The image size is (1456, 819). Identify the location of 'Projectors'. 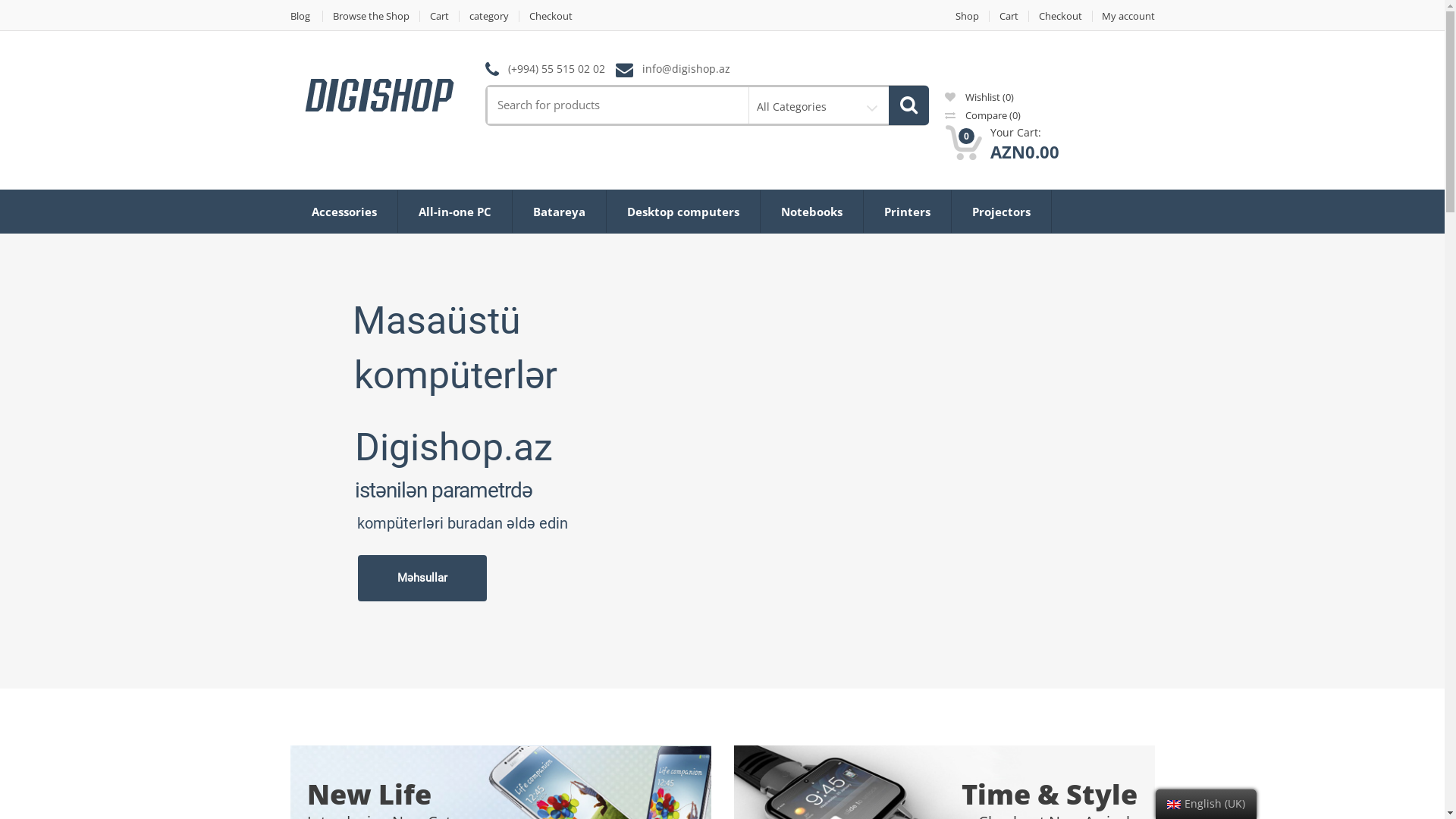
(1000, 211).